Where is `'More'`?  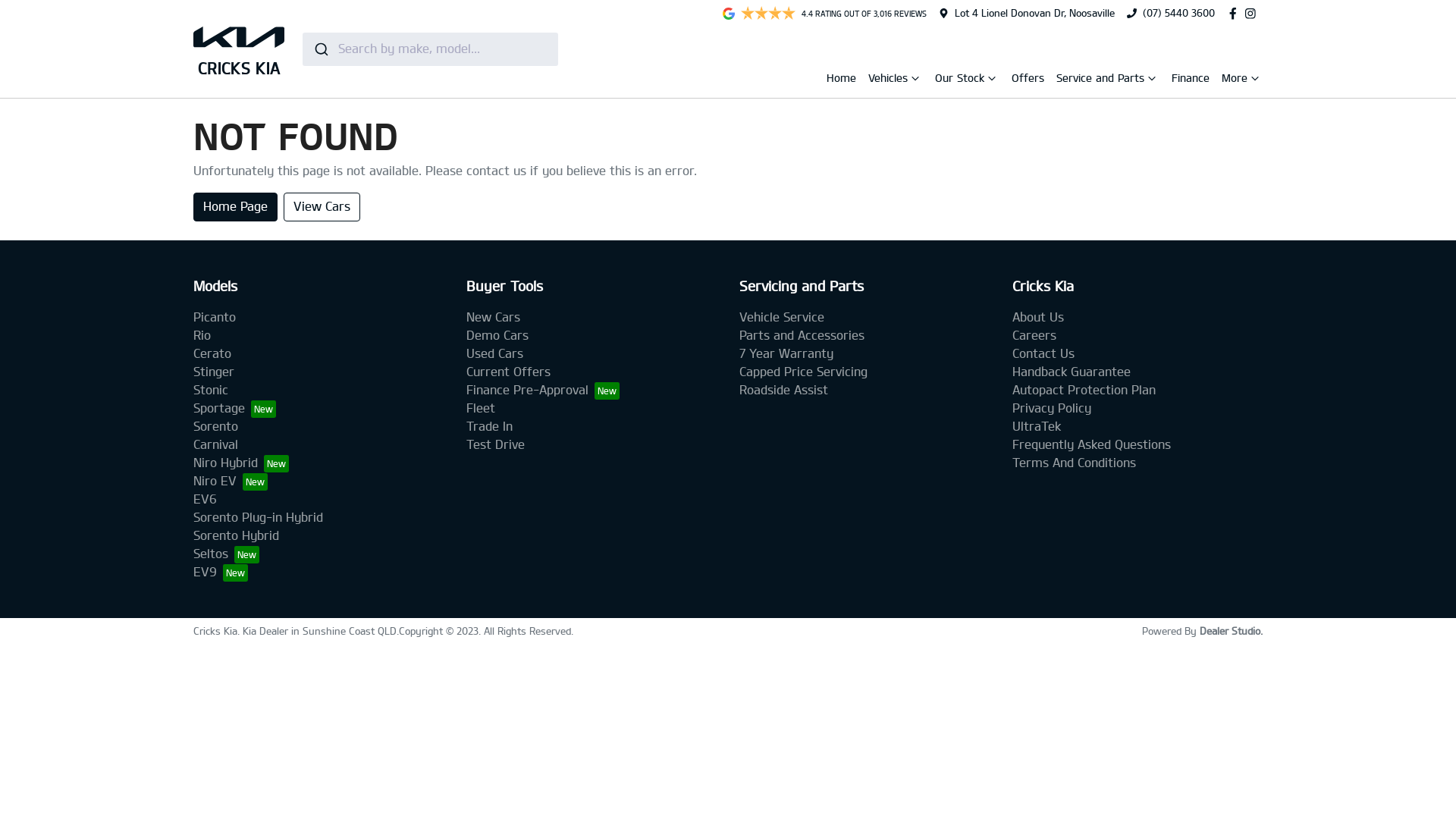 'More' is located at coordinates (1236, 80).